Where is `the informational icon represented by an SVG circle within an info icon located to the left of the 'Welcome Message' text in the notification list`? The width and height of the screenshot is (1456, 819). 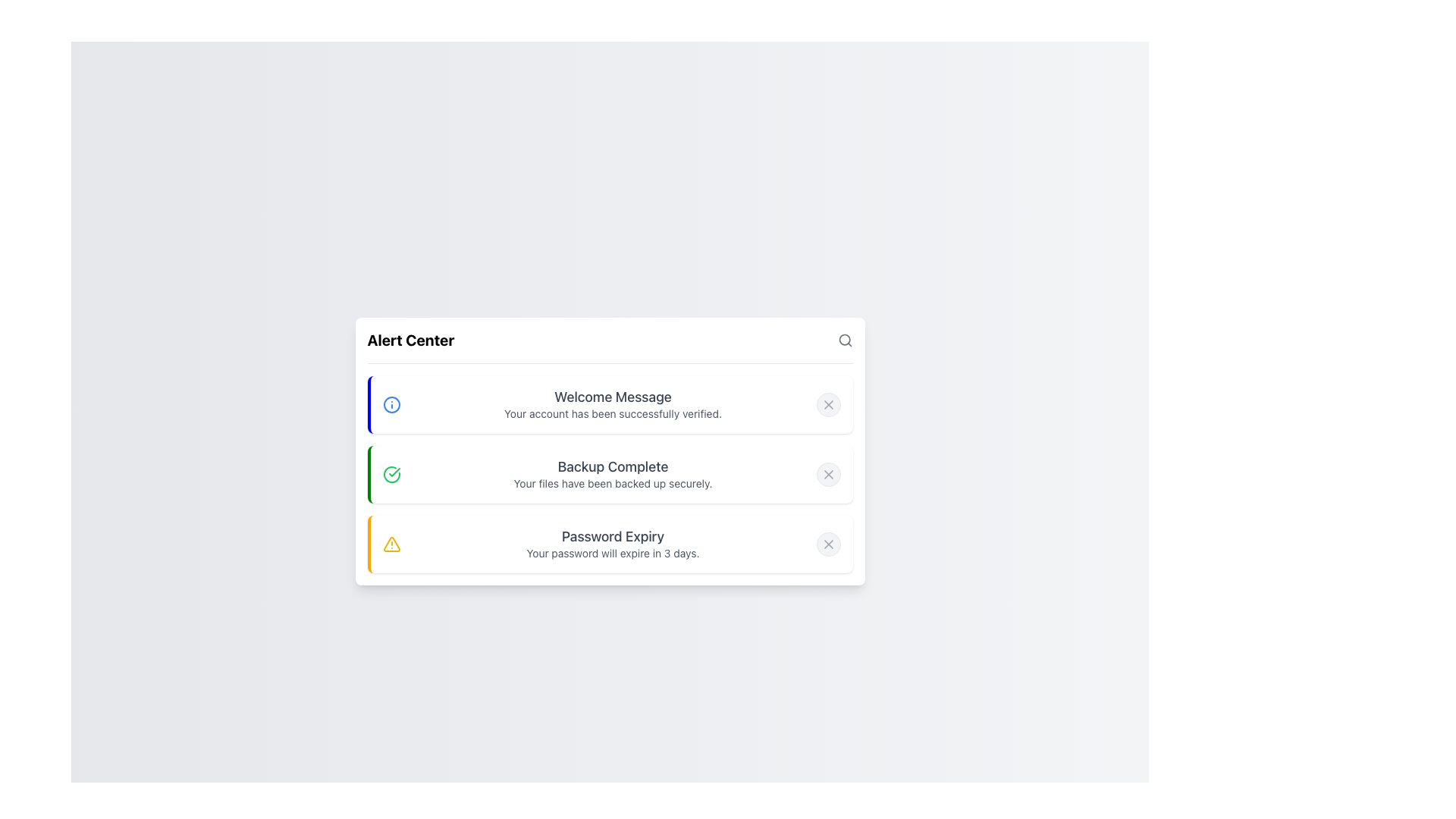
the informational icon represented by an SVG circle within an info icon located to the left of the 'Welcome Message' text in the notification list is located at coordinates (391, 403).